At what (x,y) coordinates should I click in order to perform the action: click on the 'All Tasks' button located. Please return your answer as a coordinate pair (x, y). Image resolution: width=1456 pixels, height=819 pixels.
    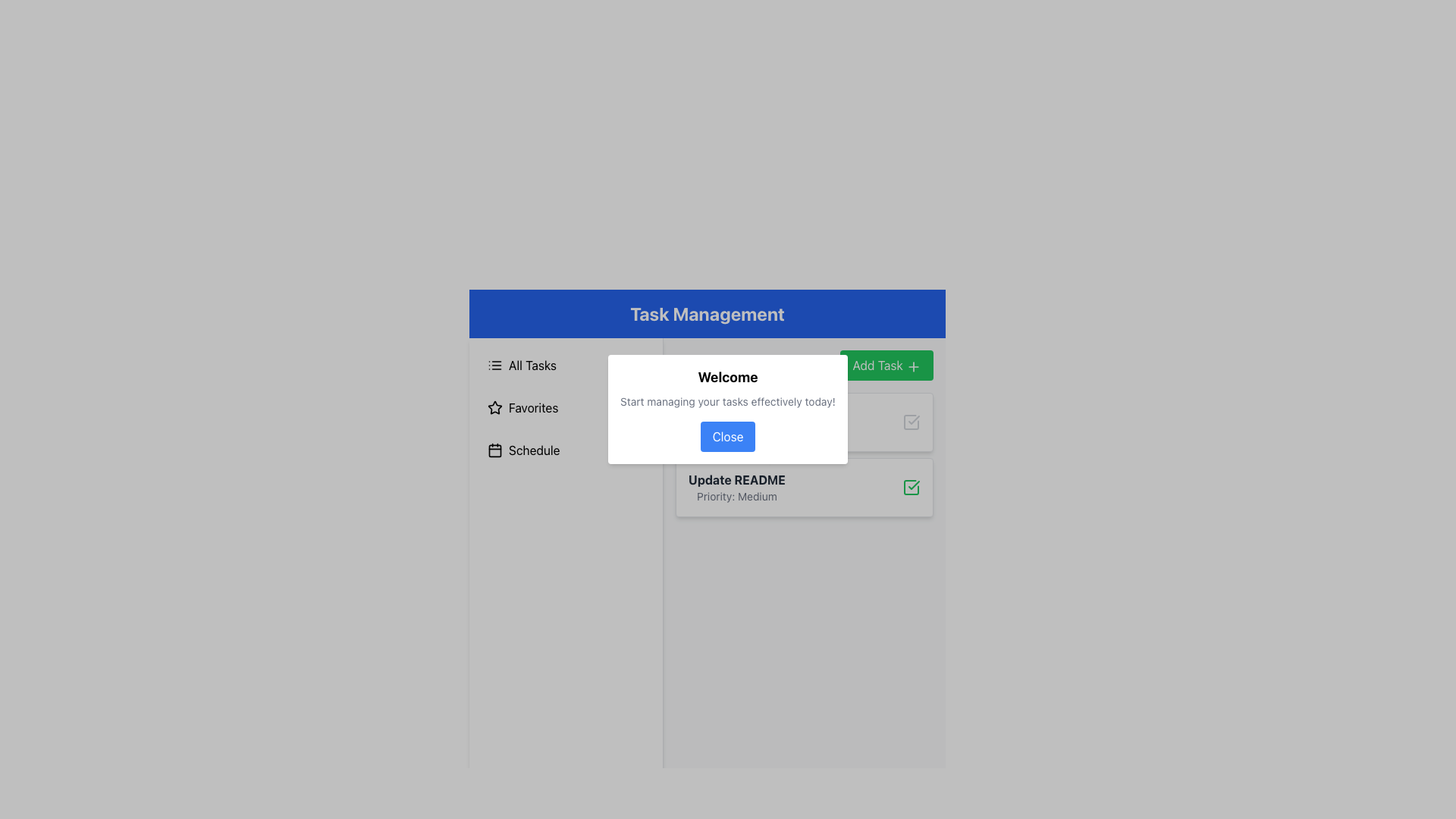
    Looking at the image, I should click on (522, 366).